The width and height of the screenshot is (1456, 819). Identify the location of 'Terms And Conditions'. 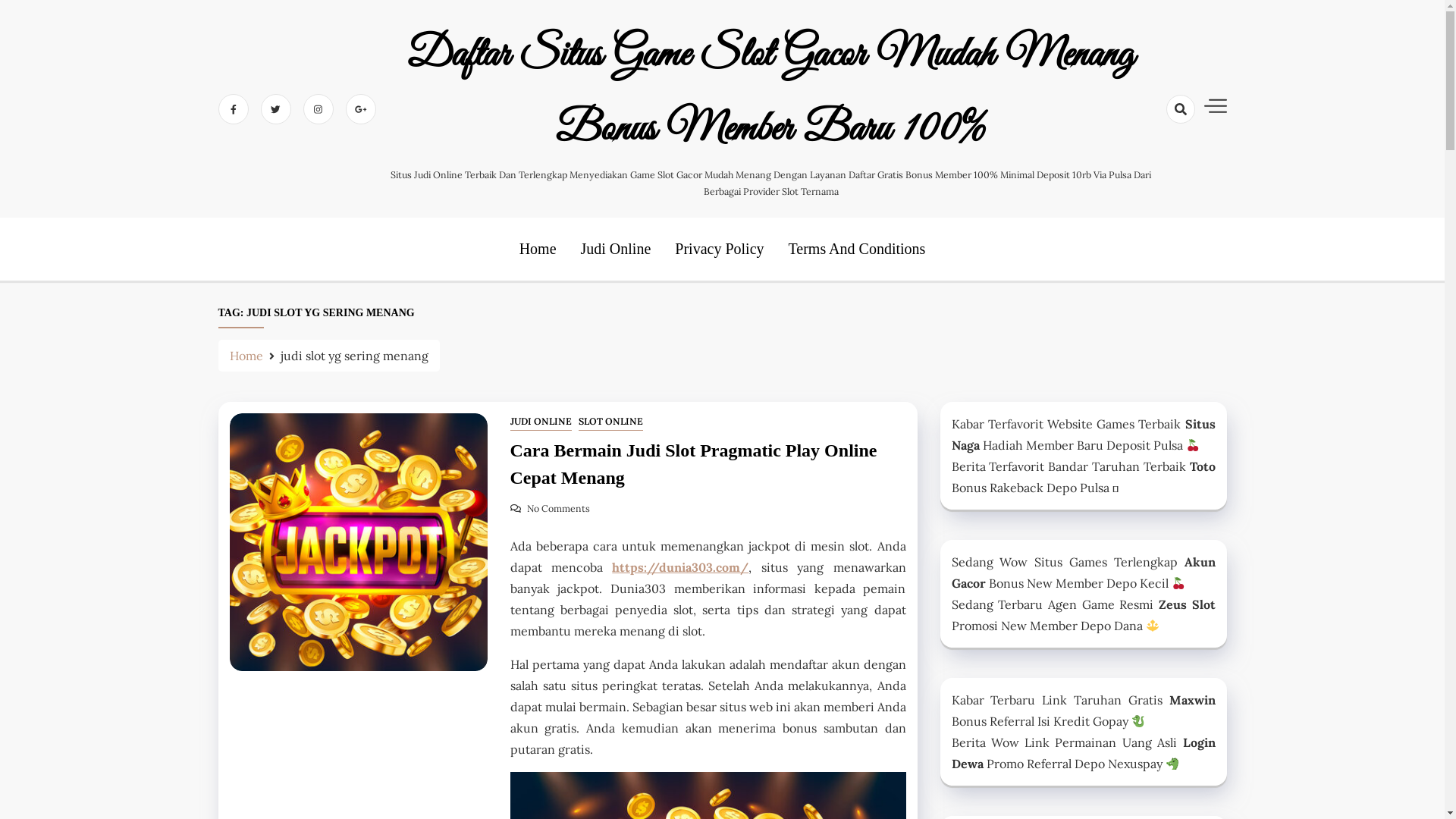
(789, 248).